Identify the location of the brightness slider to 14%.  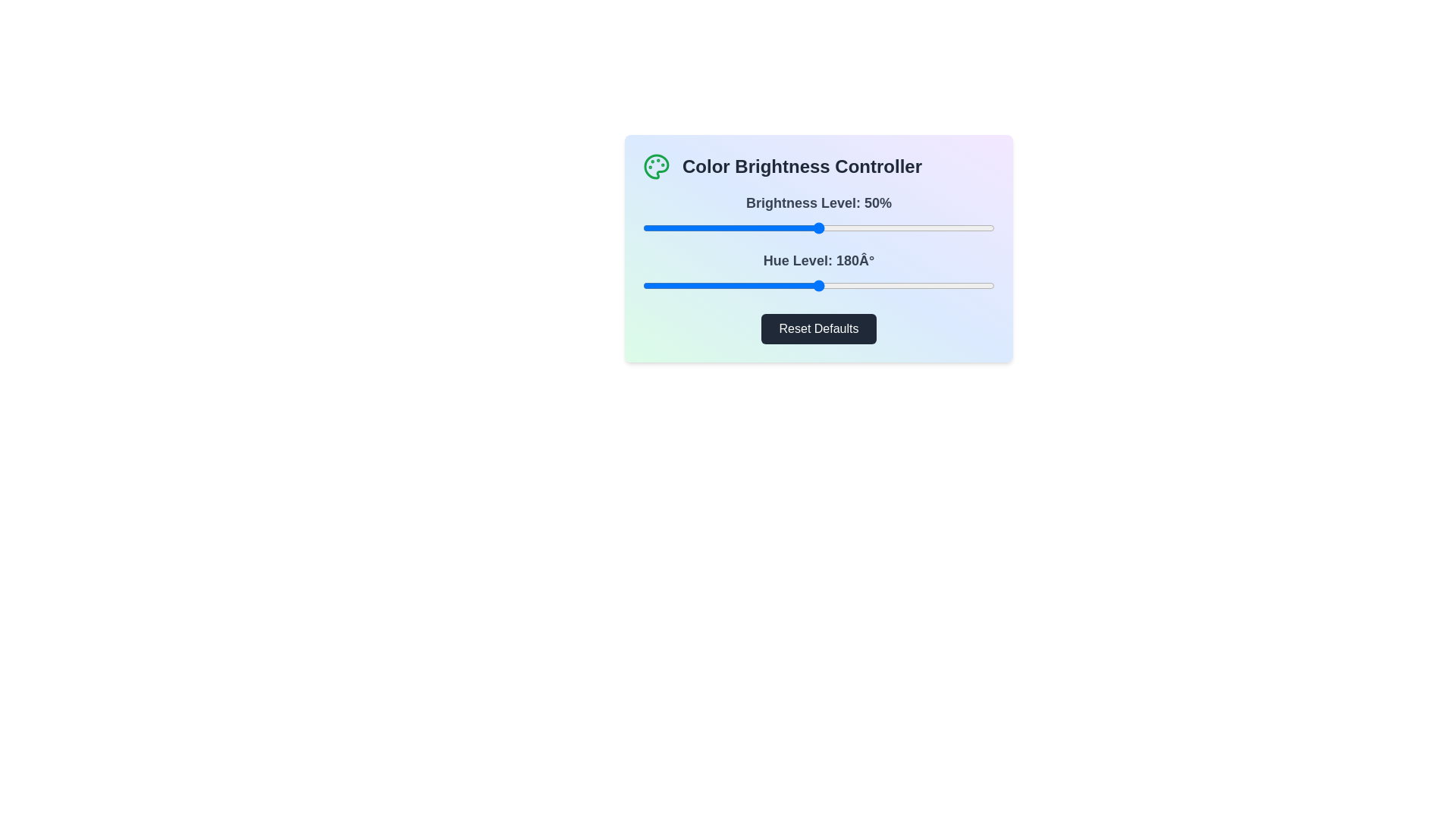
(691, 227).